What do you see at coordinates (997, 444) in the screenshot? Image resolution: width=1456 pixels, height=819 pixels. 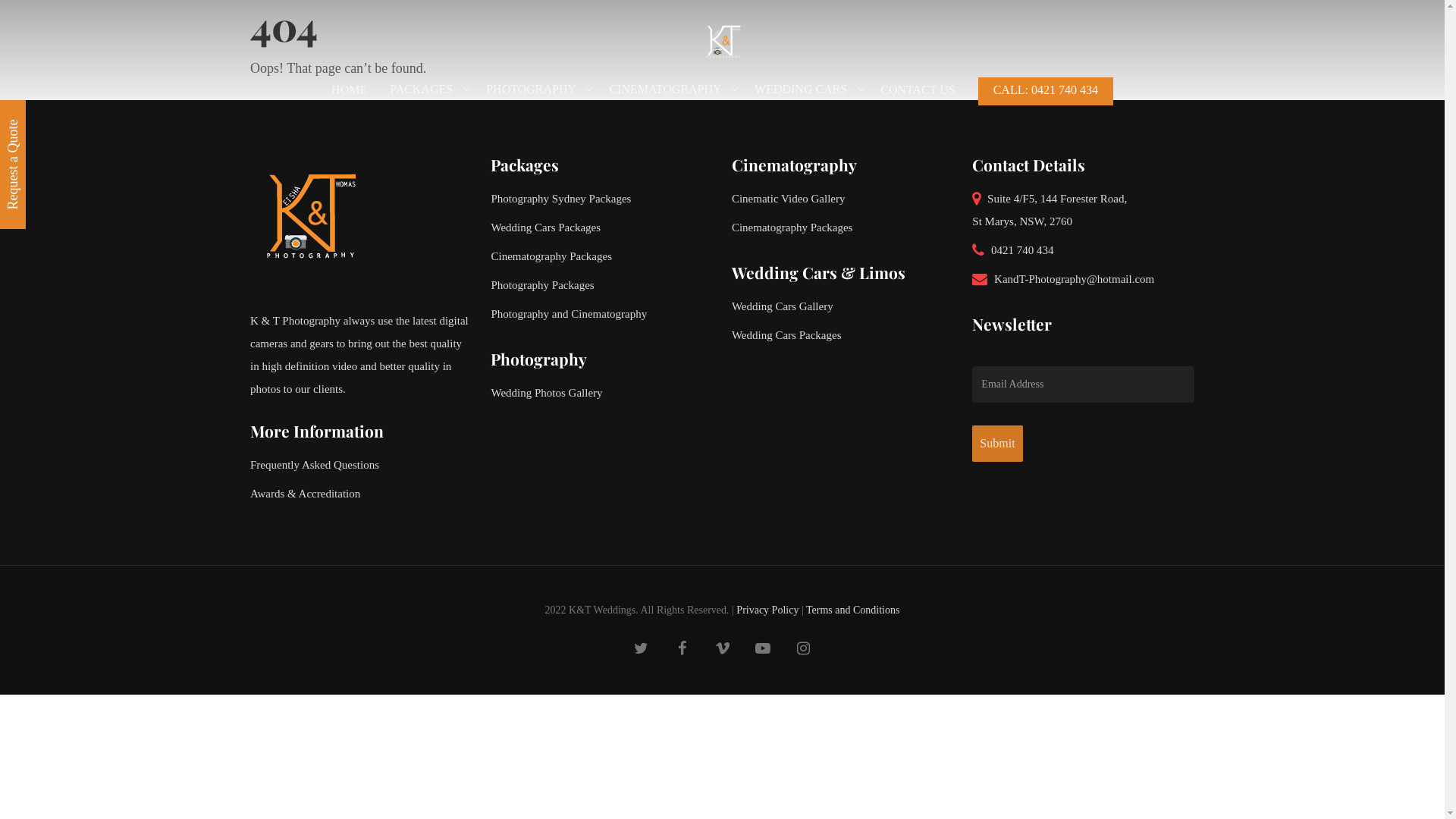 I see `'Submit'` at bounding box center [997, 444].